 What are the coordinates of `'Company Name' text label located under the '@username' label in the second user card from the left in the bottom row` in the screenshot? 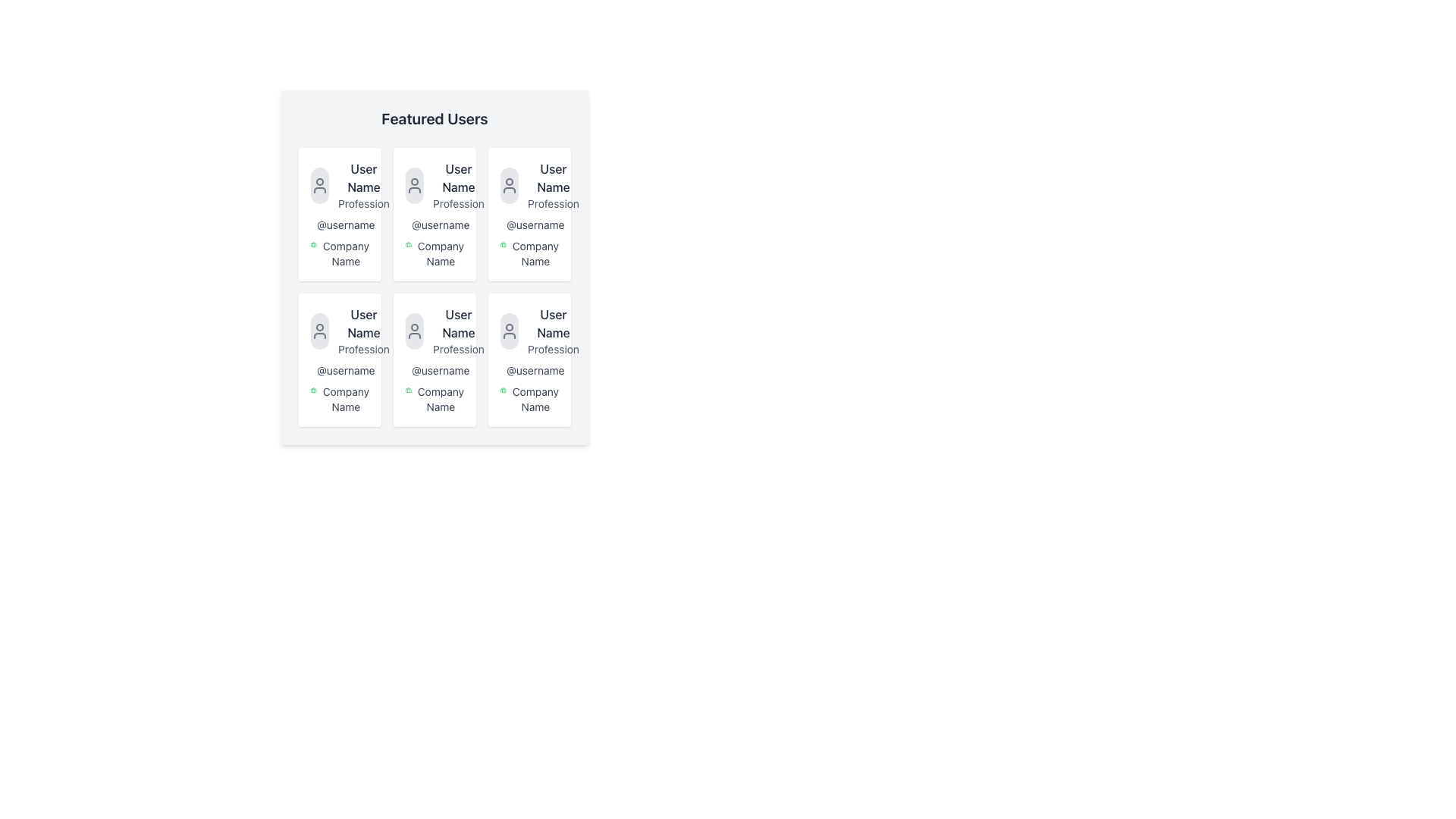 It's located at (339, 399).